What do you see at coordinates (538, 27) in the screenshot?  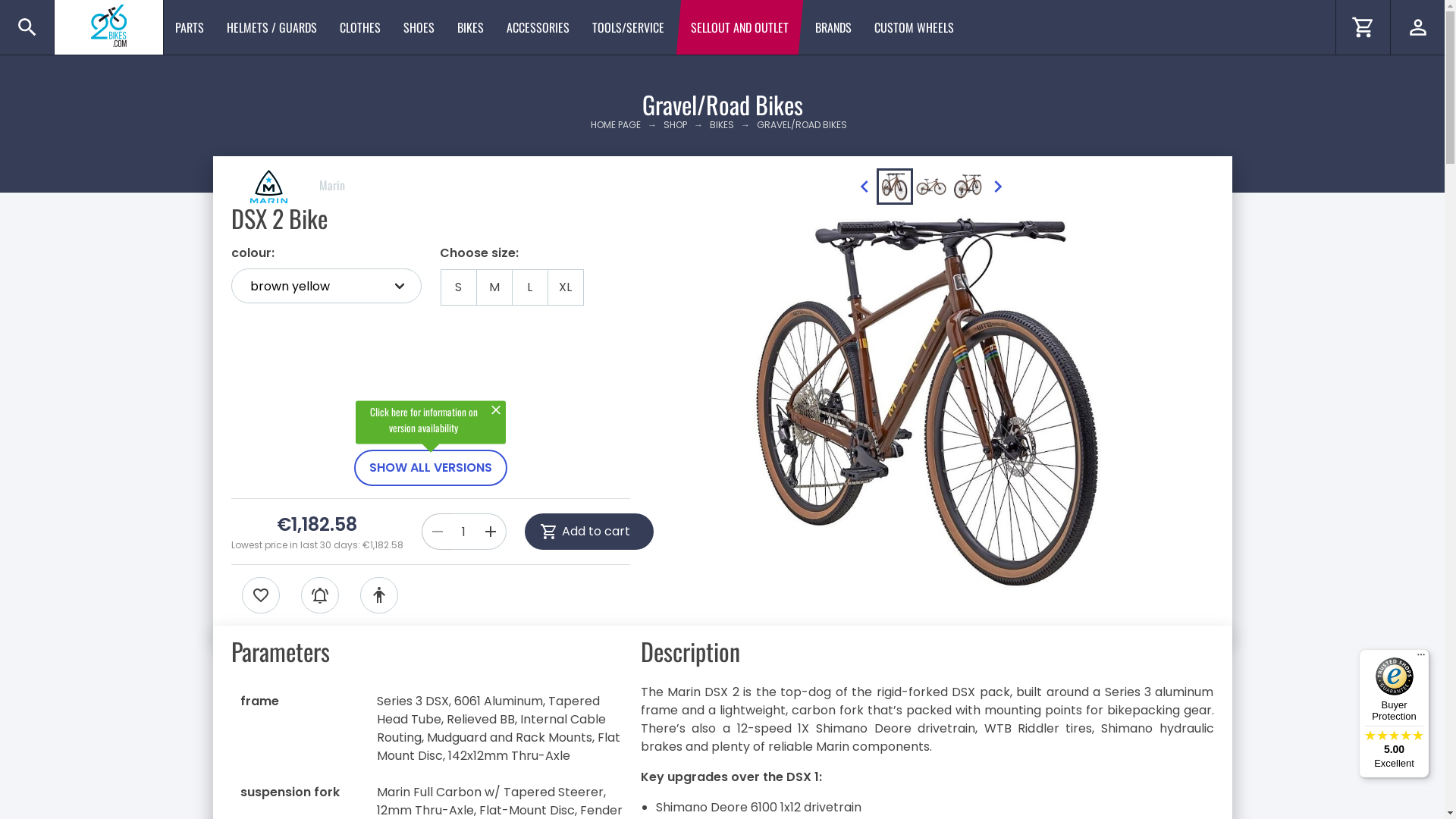 I see `'ACCESSORIES'` at bounding box center [538, 27].